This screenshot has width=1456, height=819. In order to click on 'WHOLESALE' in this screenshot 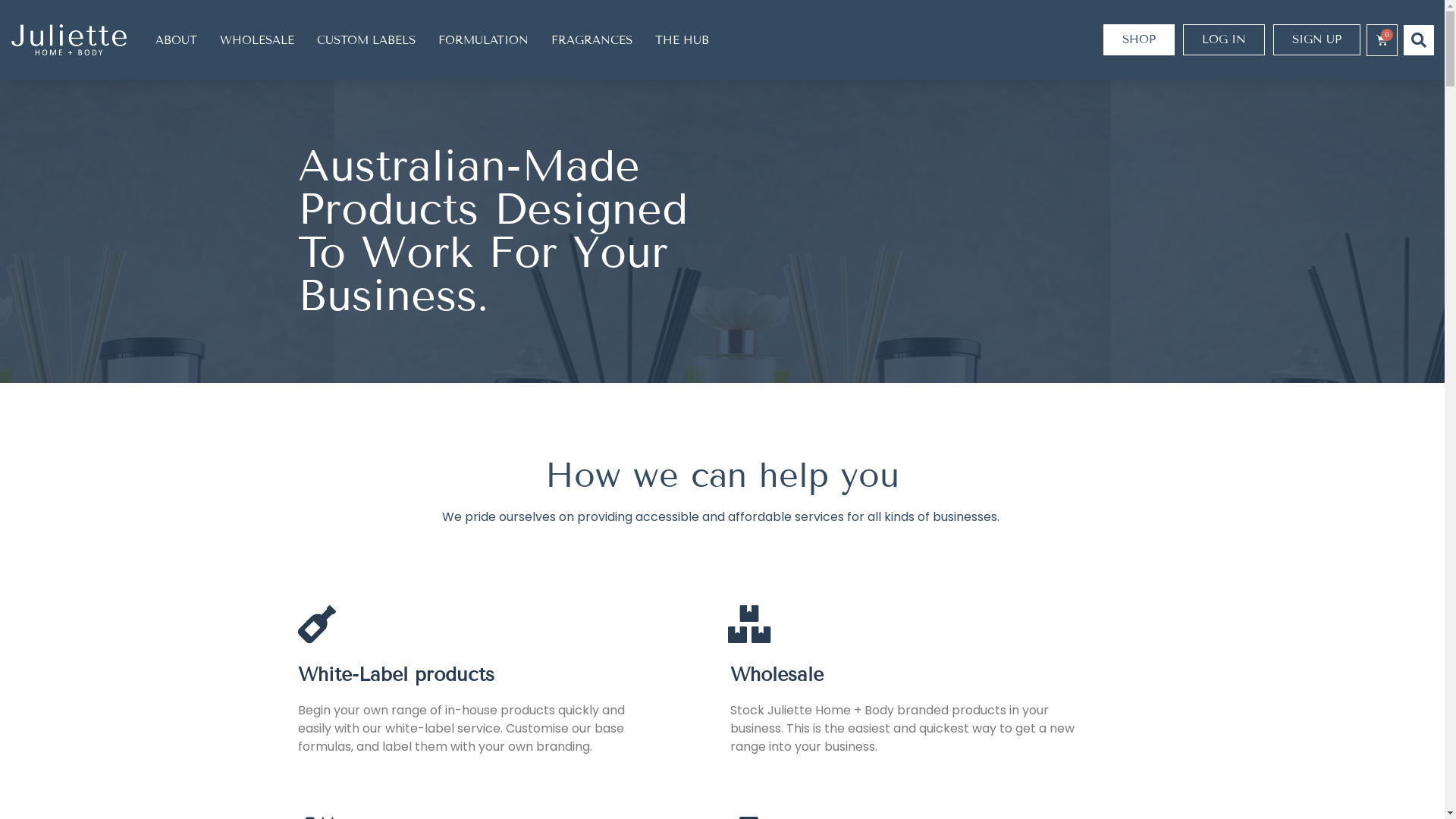, I will do `click(257, 38)`.